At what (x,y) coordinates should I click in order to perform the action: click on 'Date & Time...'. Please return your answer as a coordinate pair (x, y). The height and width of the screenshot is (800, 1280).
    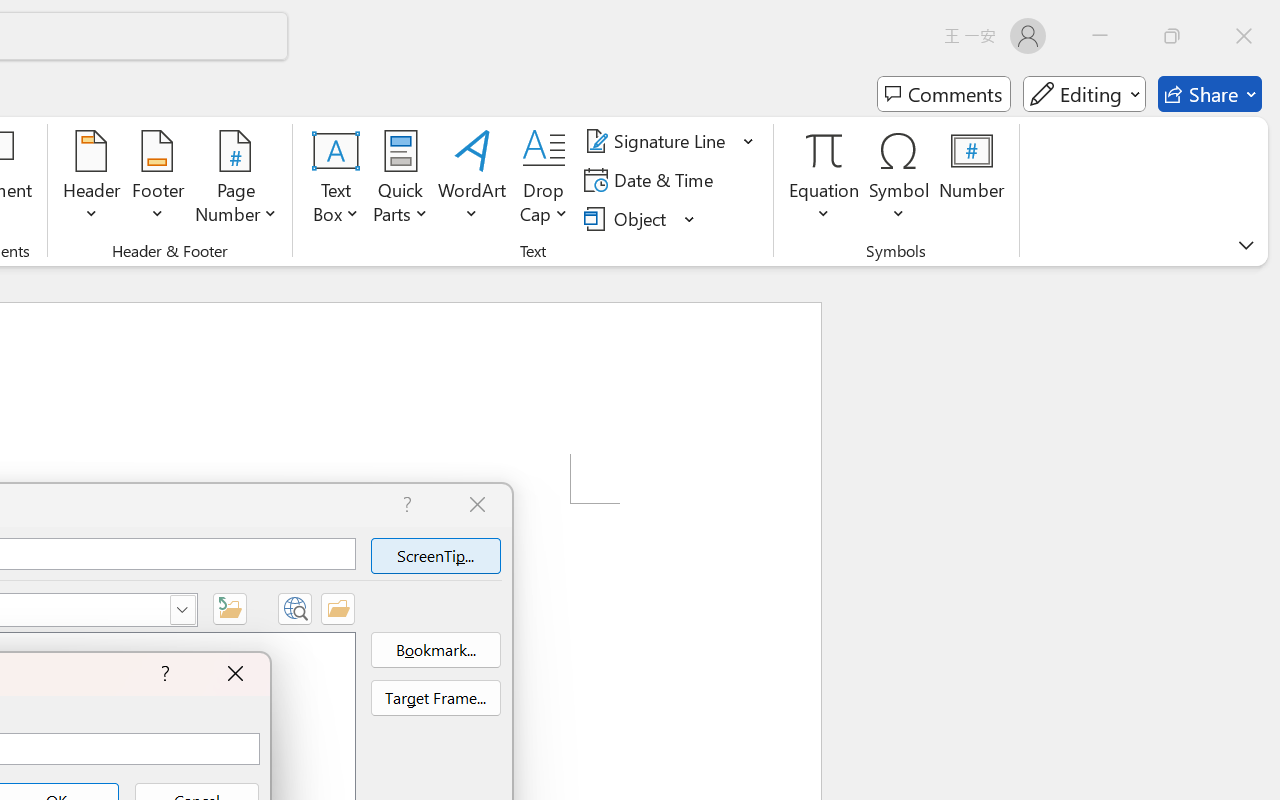
    Looking at the image, I should click on (652, 179).